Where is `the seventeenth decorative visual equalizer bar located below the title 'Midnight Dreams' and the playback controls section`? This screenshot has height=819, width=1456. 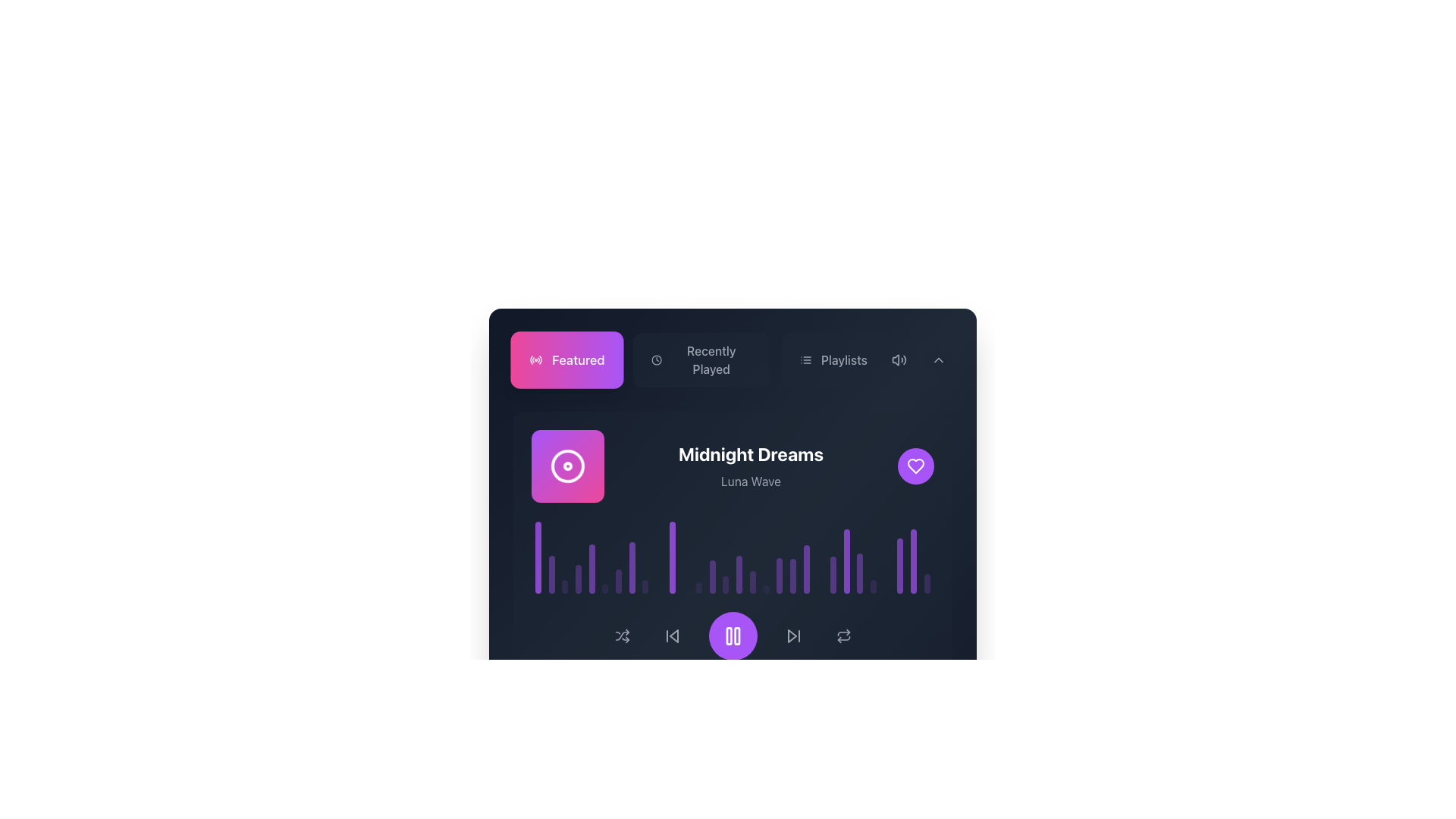 the seventeenth decorative visual equalizer bar located below the title 'Midnight Dreams' and the playback controls section is located at coordinates (752, 581).